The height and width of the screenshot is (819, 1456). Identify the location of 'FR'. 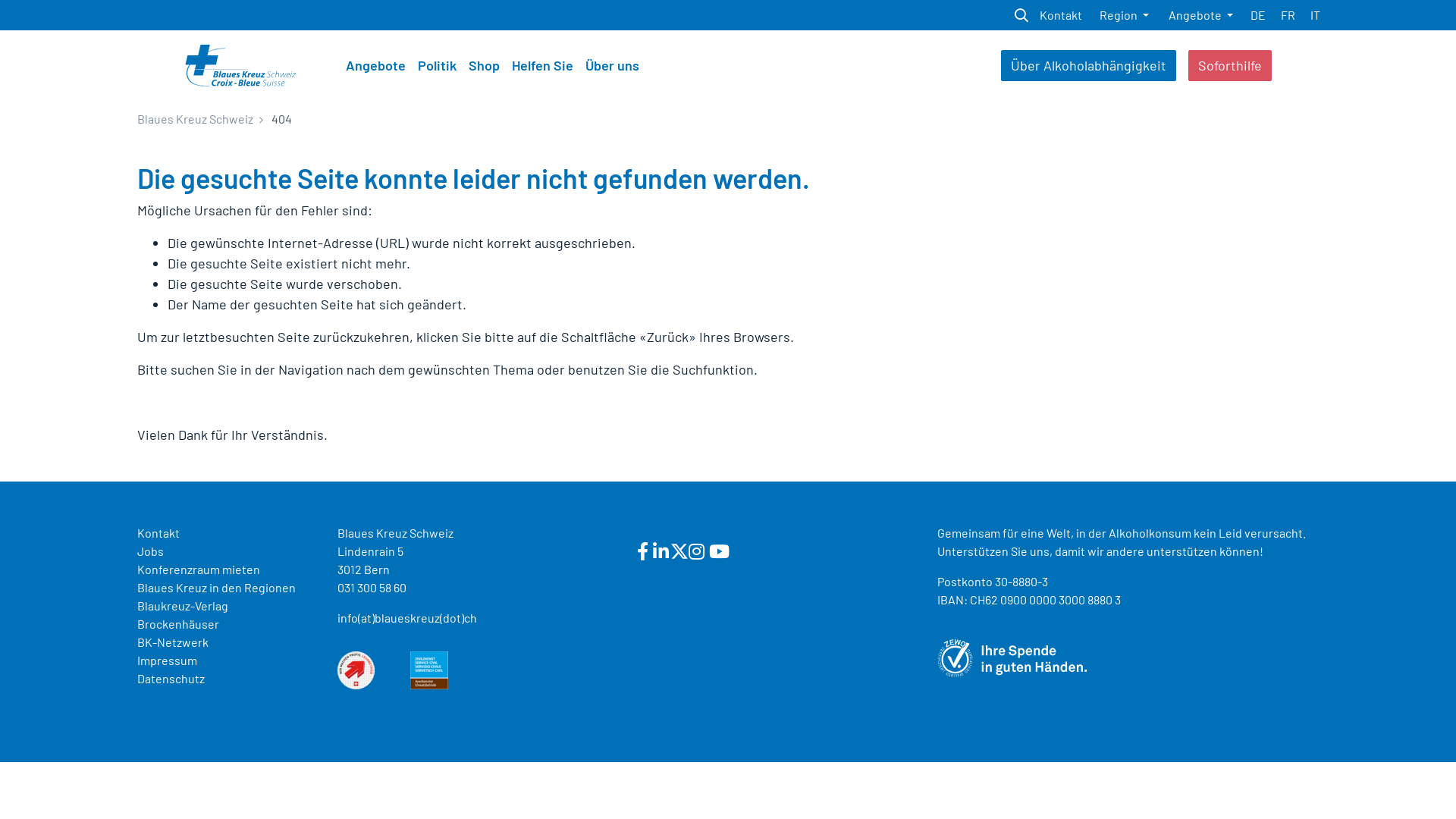
(1287, 14).